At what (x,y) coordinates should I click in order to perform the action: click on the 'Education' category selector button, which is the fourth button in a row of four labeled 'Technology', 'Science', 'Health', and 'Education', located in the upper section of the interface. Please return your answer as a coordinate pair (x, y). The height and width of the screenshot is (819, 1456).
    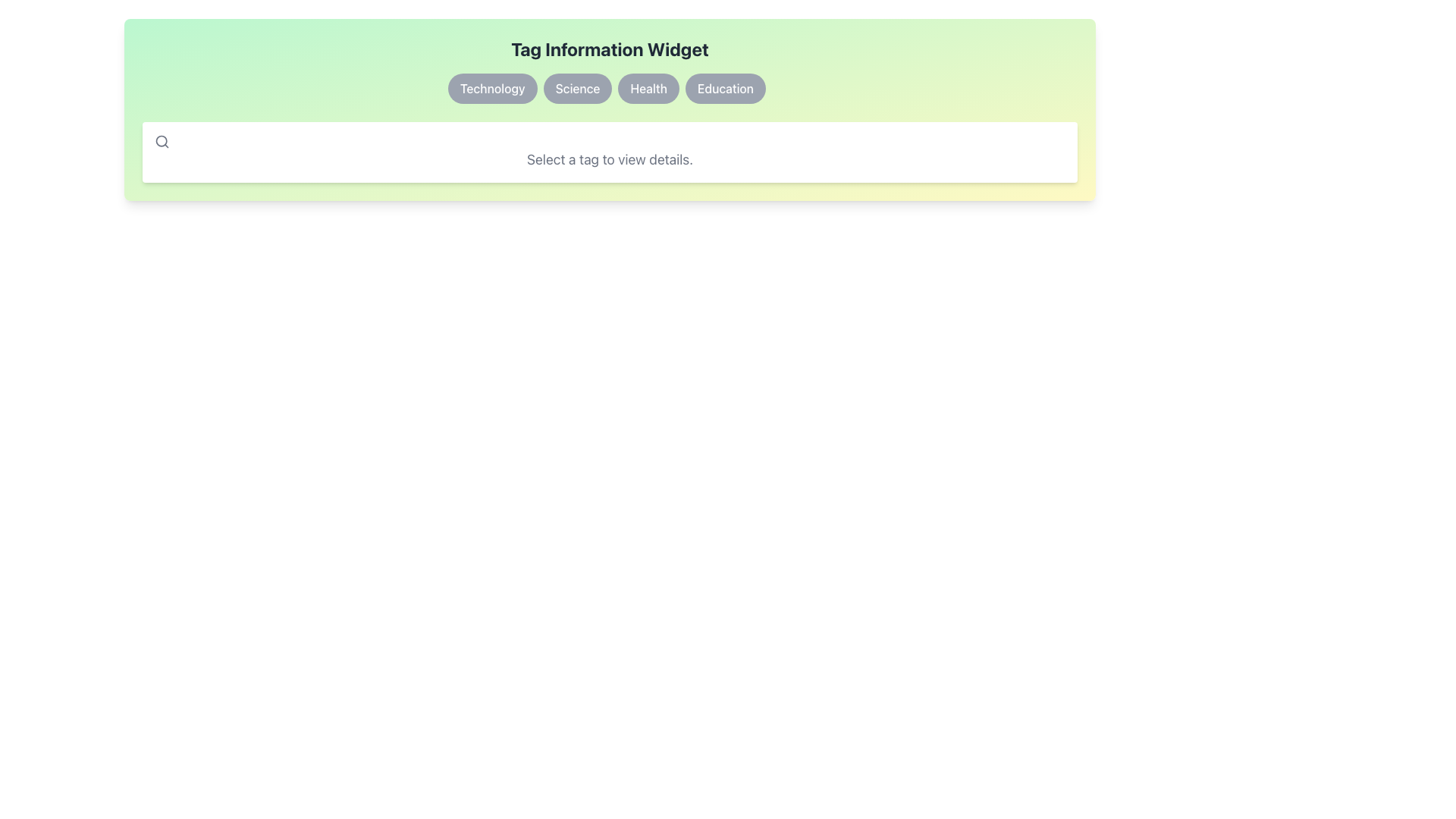
    Looking at the image, I should click on (724, 88).